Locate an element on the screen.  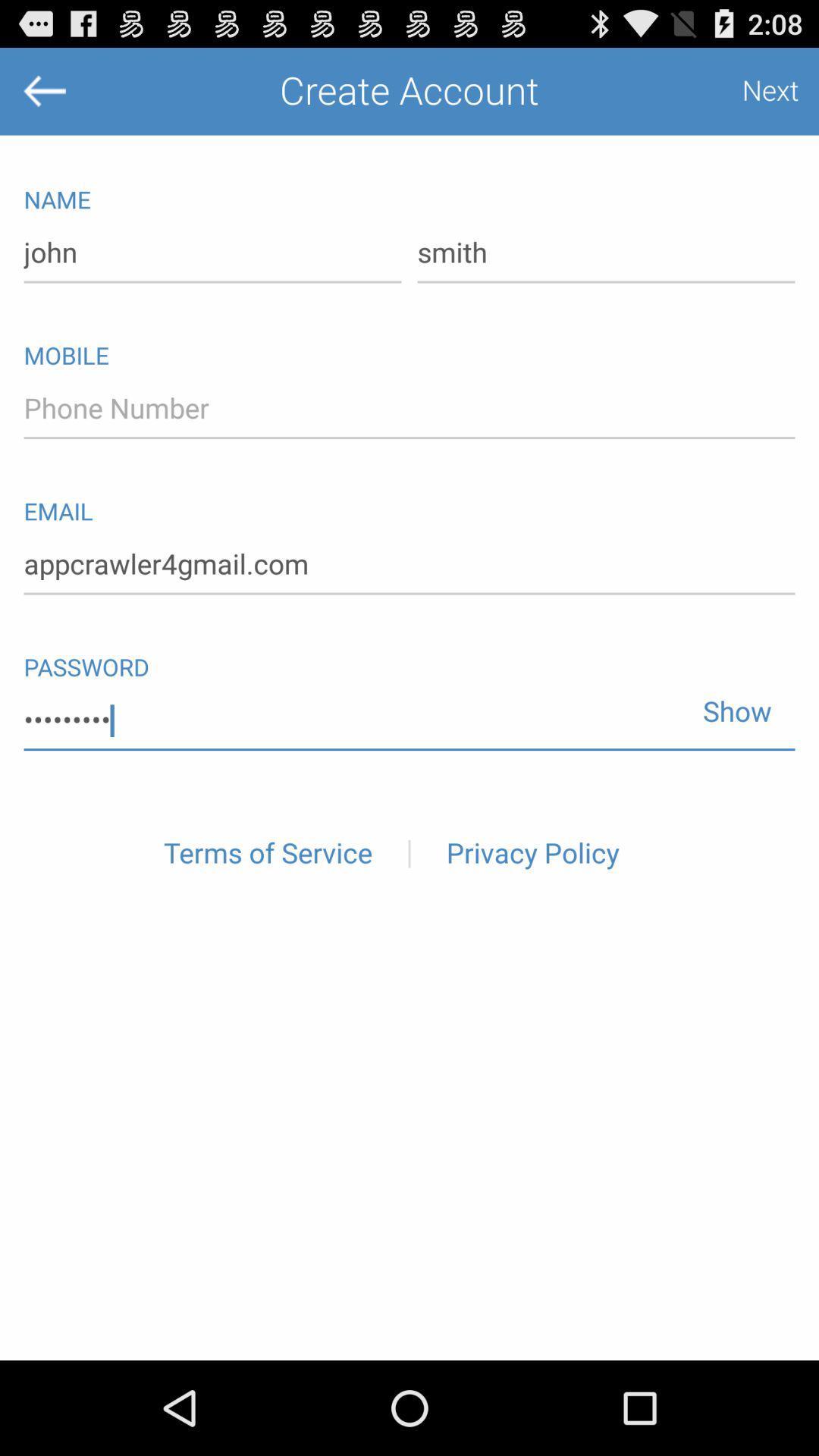
item to the left of the smith item is located at coordinates (212, 253).